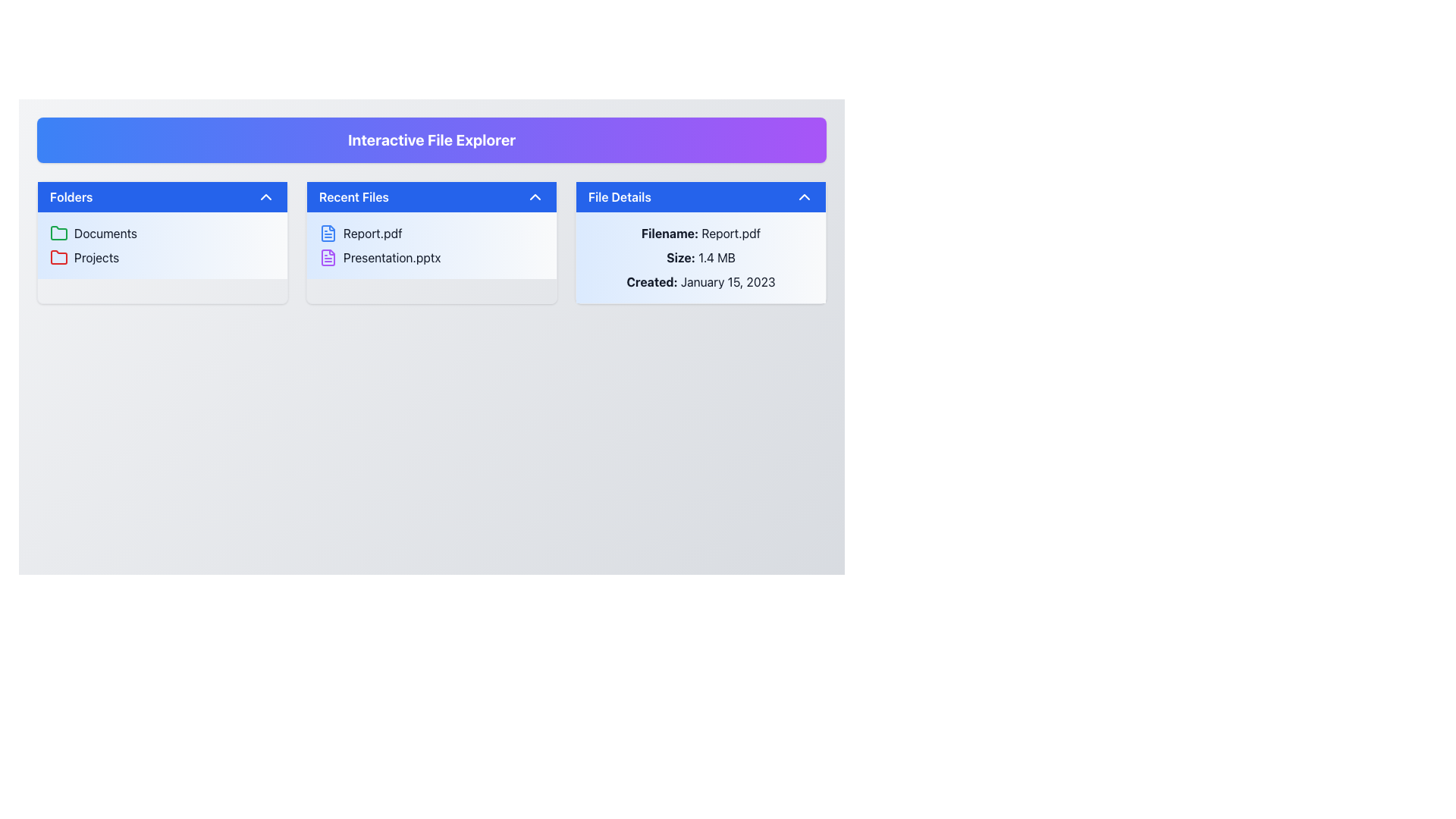 The width and height of the screenshot is (1456, 819). I want to click on the Information Panel located on the rightmost column below the 'Interactive File Explorer' heading, so click(700, 242).